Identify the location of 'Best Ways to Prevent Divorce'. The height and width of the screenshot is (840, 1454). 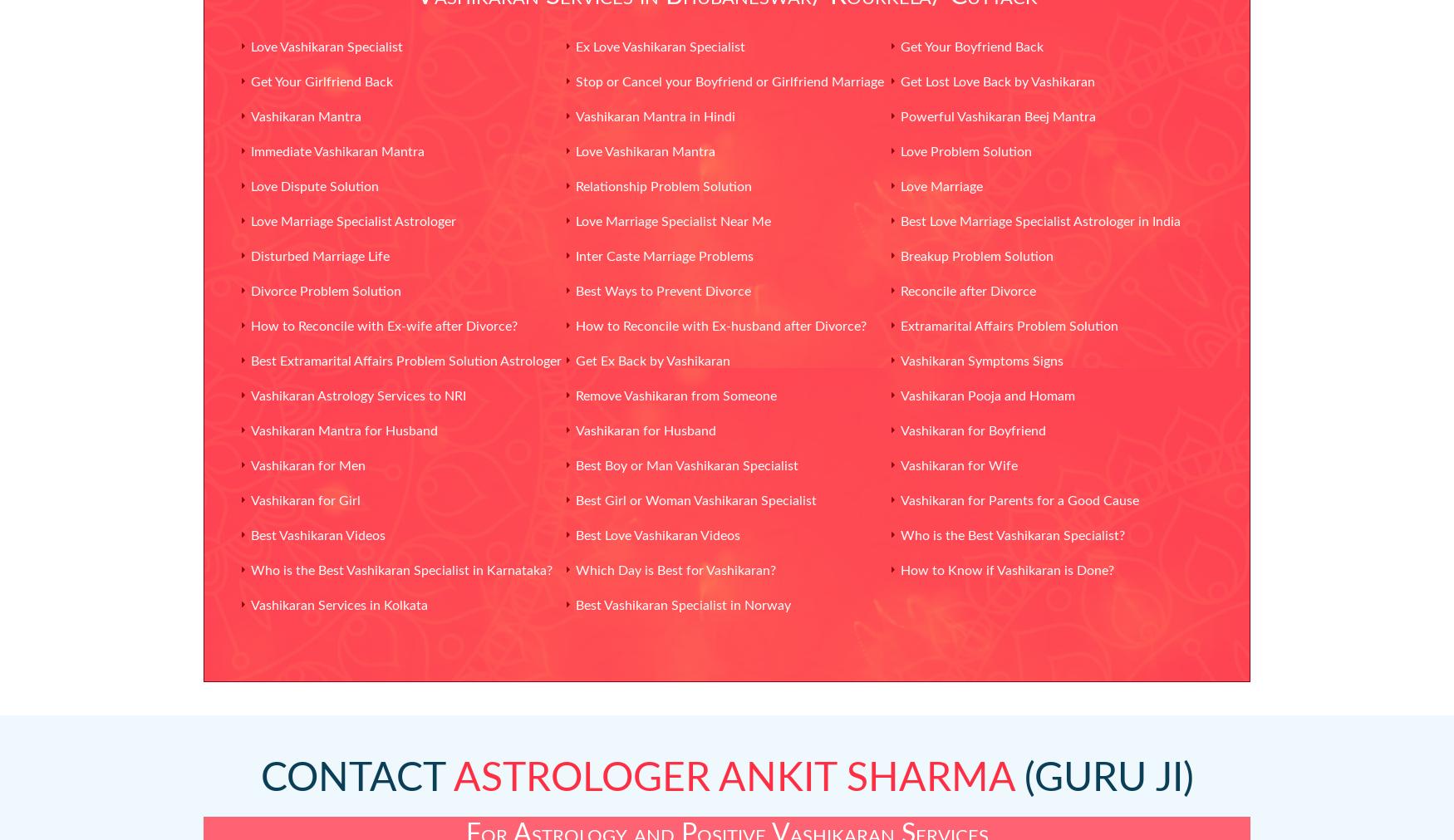
(661, 291).